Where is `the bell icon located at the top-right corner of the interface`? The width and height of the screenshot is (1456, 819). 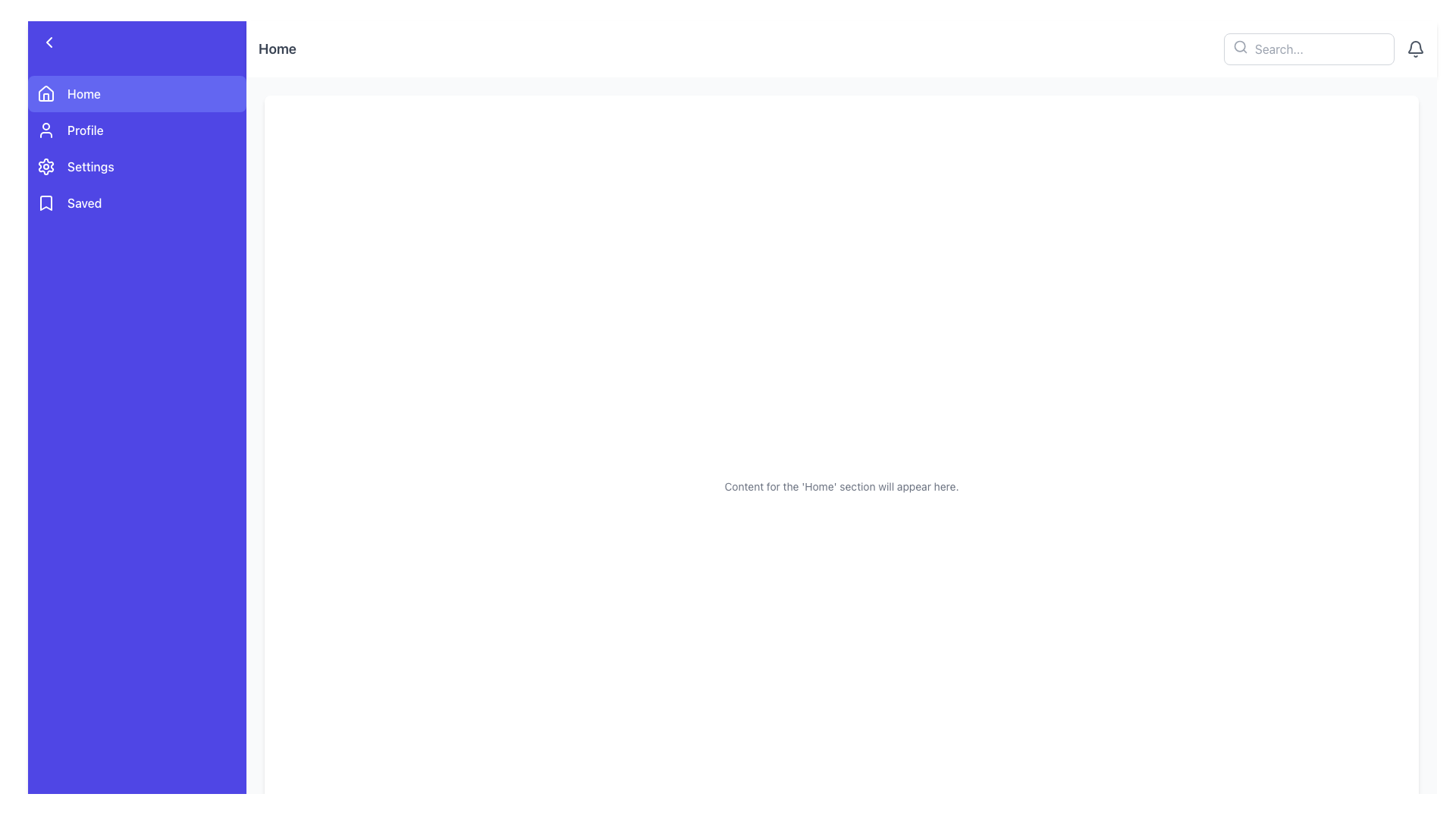
the bell icon located at the top-right corner of the interface is located at coordinates (1415, 49).